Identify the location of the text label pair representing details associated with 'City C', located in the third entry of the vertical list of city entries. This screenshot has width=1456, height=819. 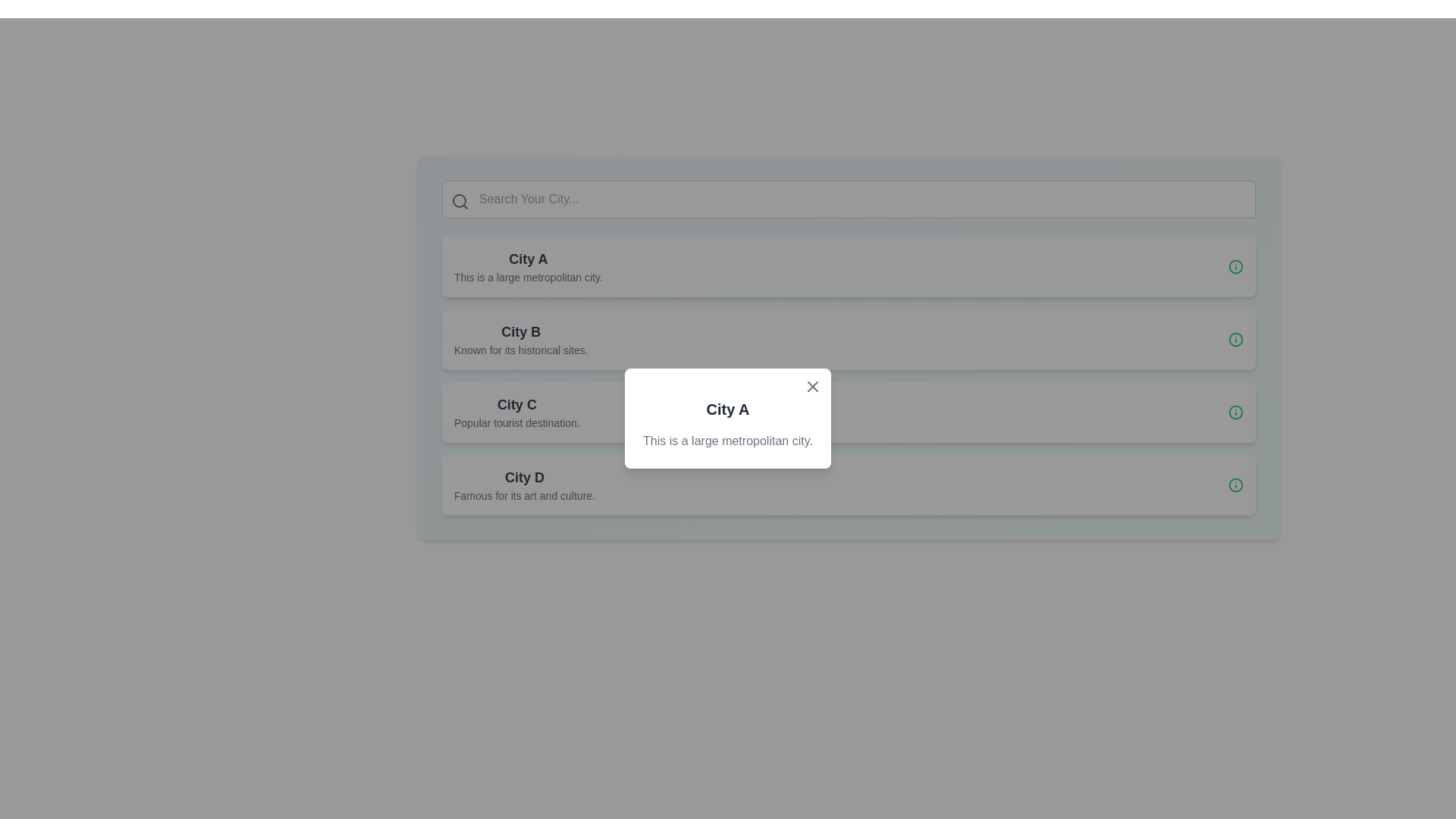
(516, 412).